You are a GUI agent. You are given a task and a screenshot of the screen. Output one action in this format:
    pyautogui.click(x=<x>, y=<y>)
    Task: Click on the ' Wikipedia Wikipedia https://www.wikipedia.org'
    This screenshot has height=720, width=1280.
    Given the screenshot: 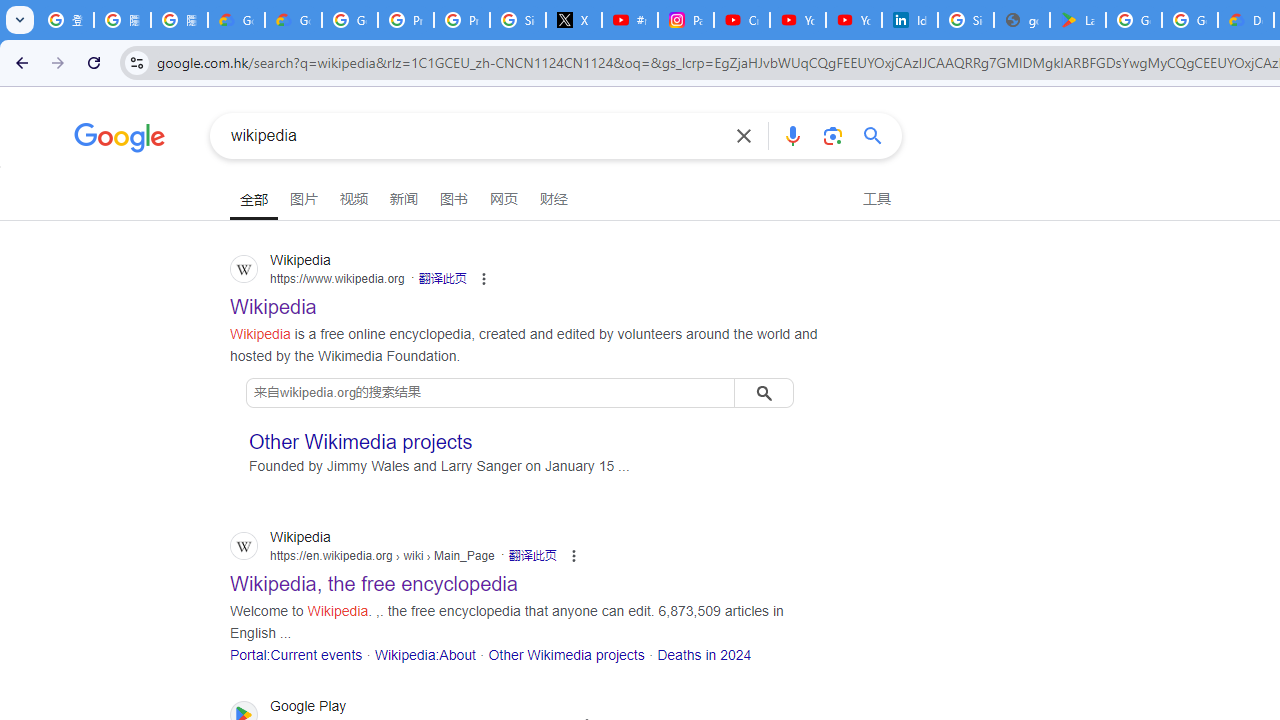 What is the action you would take?
    pyautogui.click(x=272, y=301)
    